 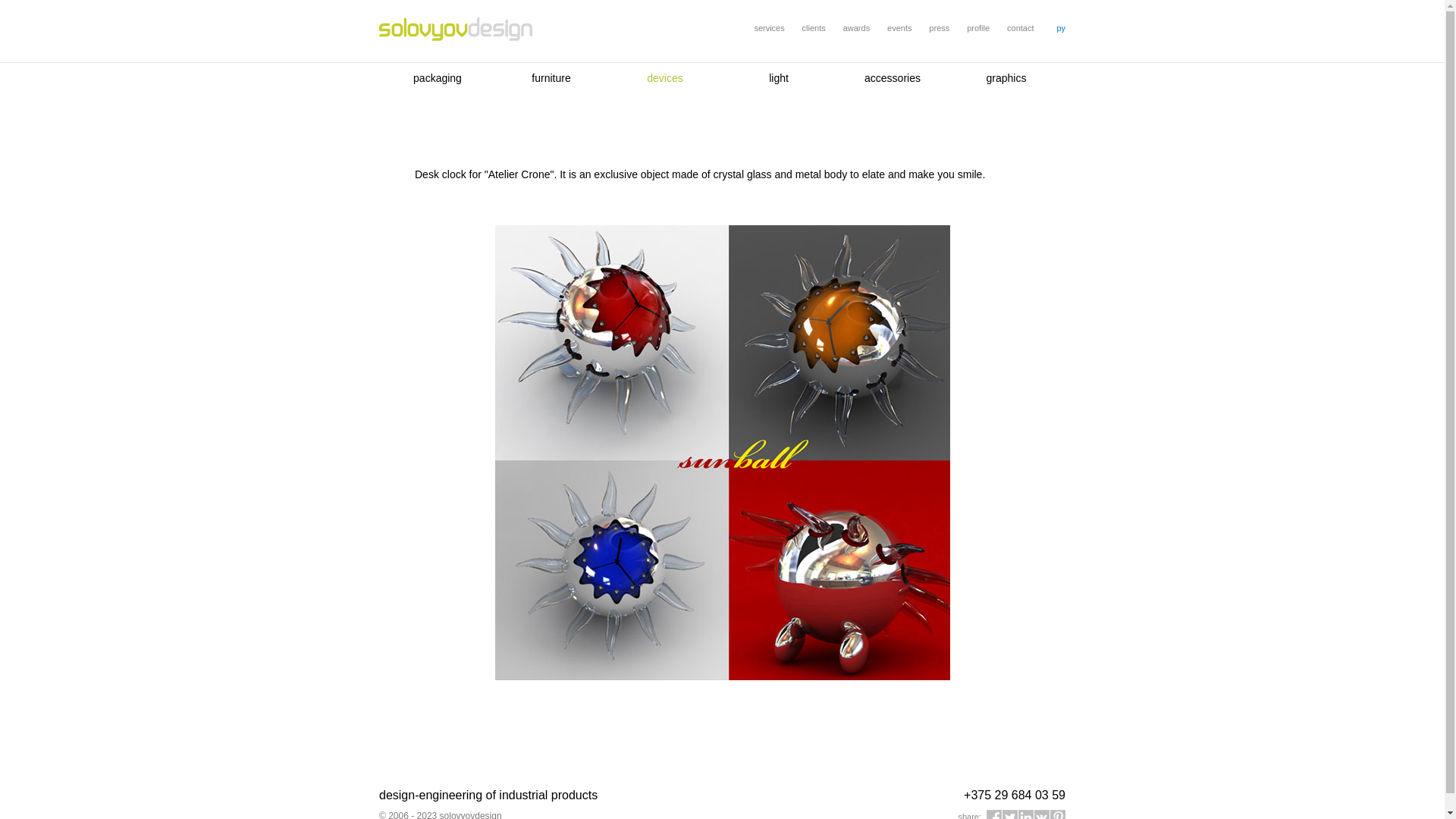 What do you see at coordinates (550, 78) in the screenshot?
I see `'furniture'` at bounding box center [550, 78].